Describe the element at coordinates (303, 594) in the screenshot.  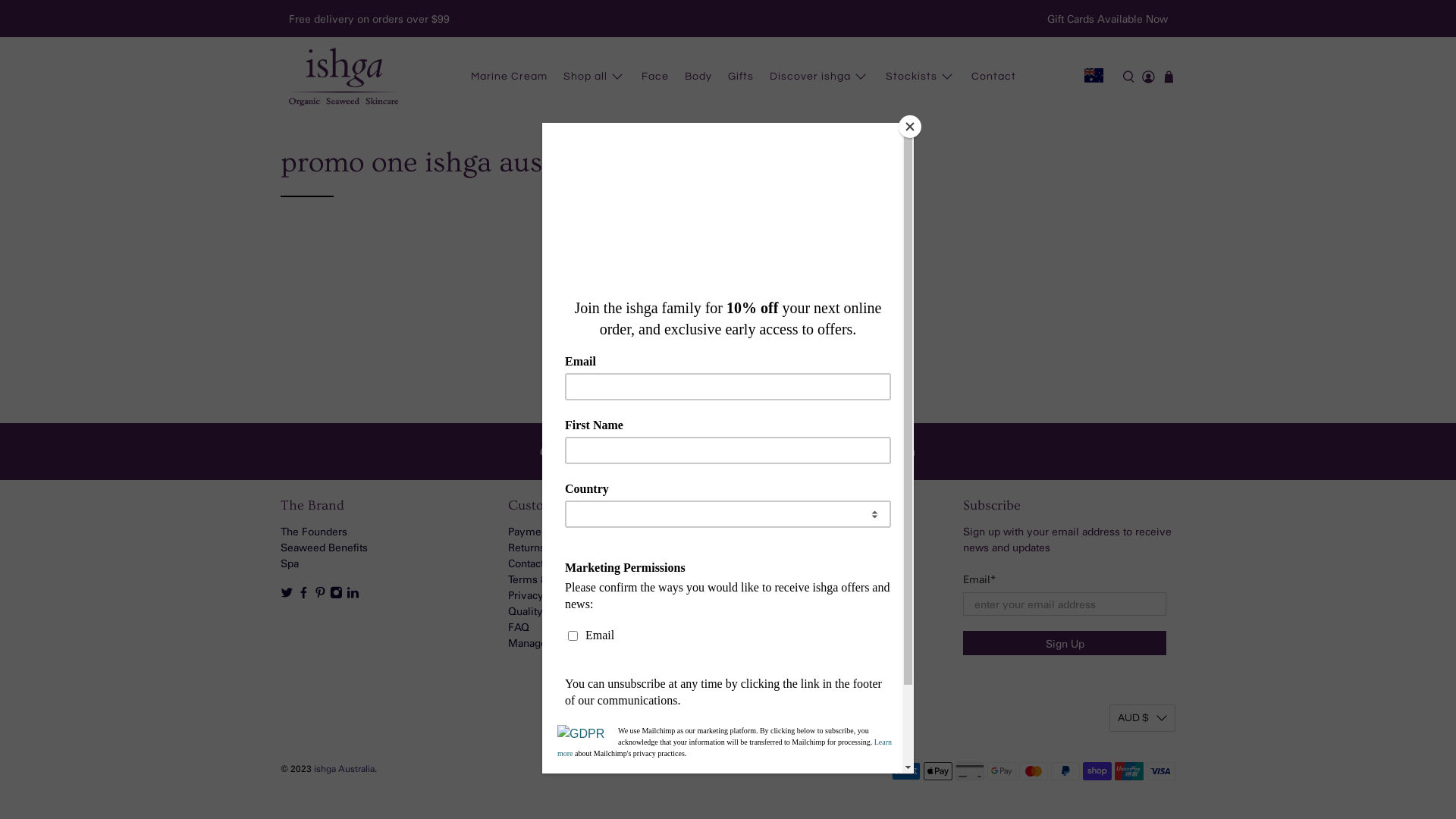
I see `'ishga Australia on Facebook'` at that location.